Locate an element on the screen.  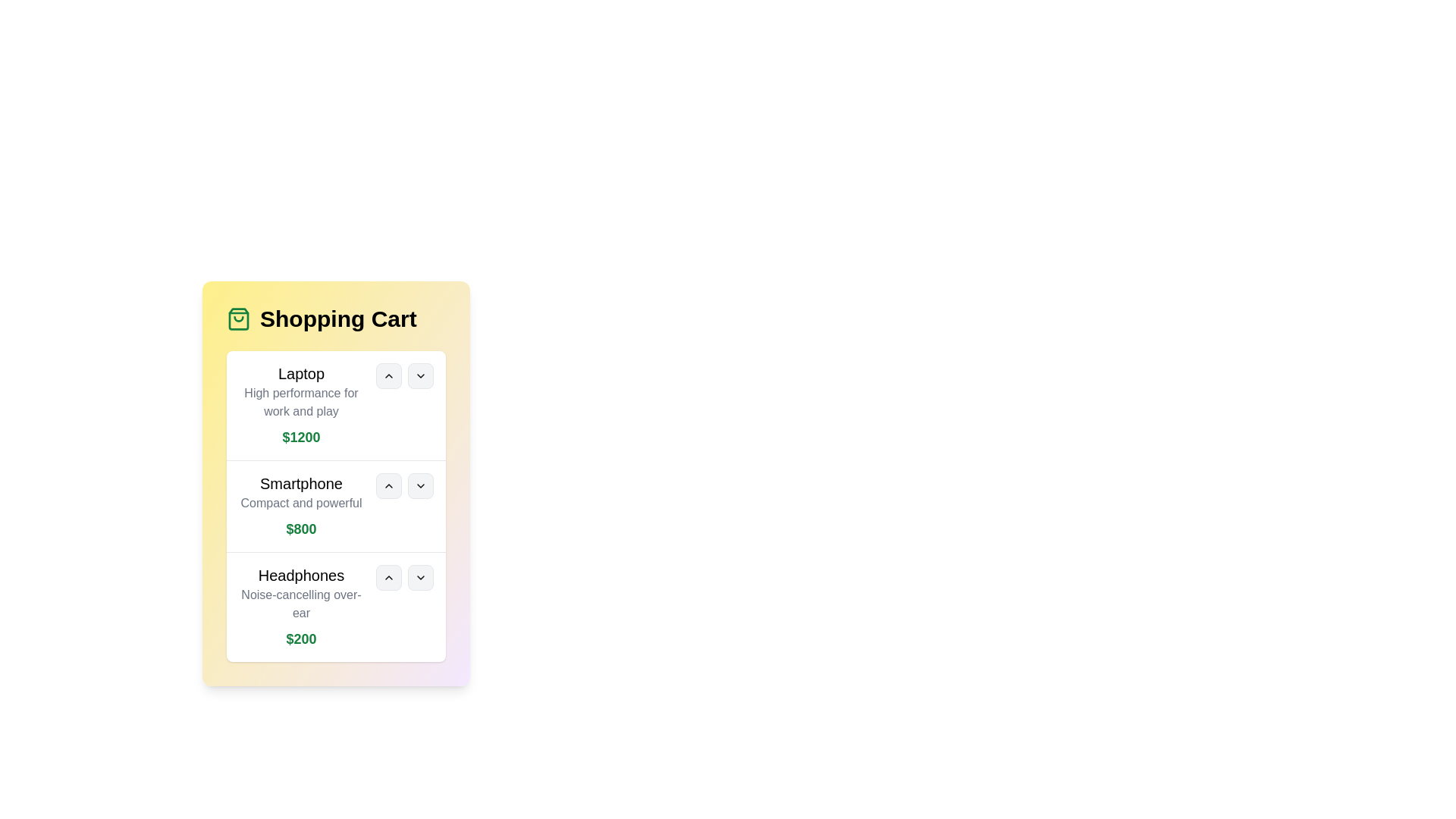
the 'Down' button associated with the Laptop product to decrease its quantity is located at coordinates (421, 375).